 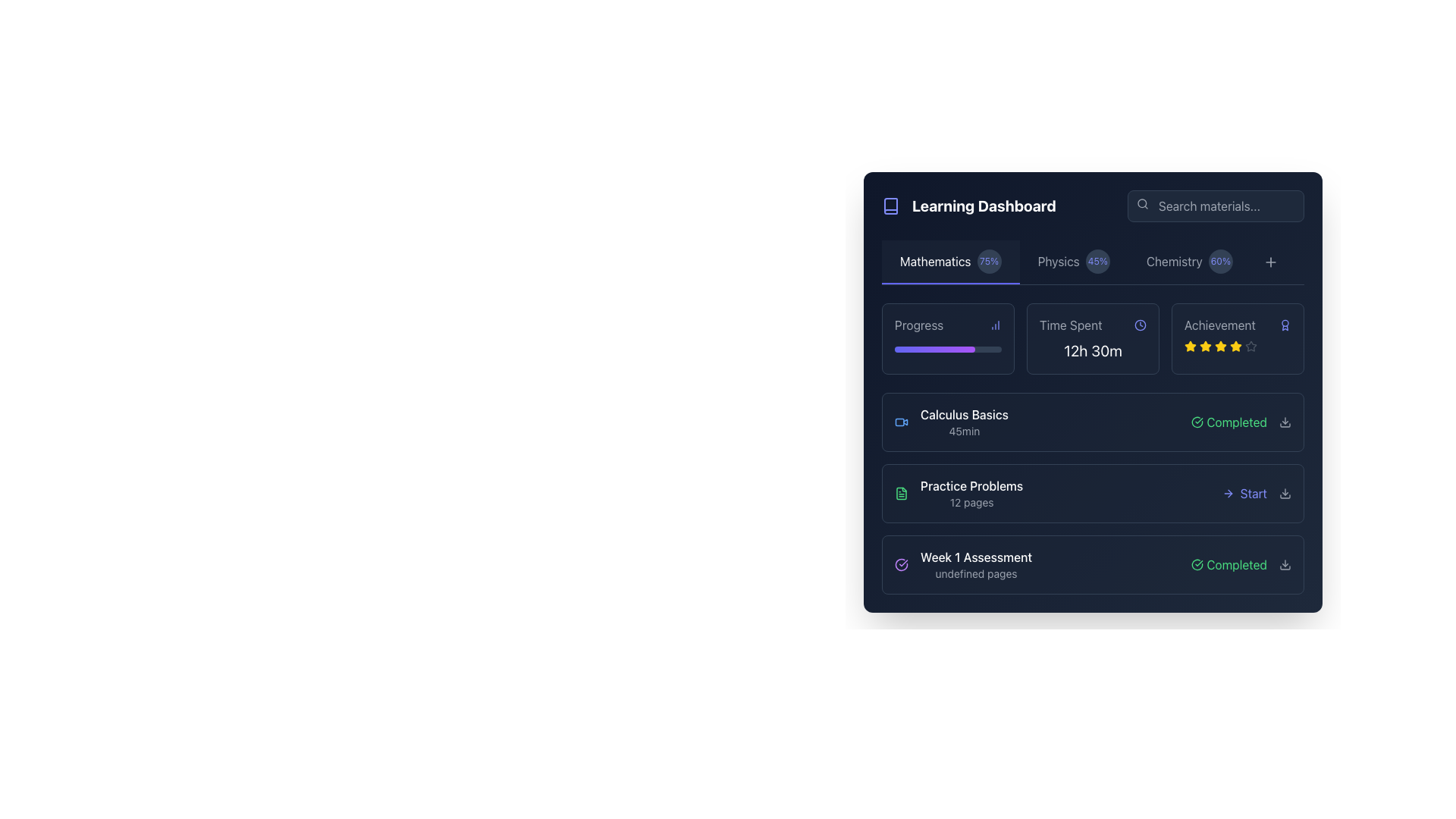 I want to click on the 'Mathematics' tab in the navigation bar, so click(x=949, y=262).